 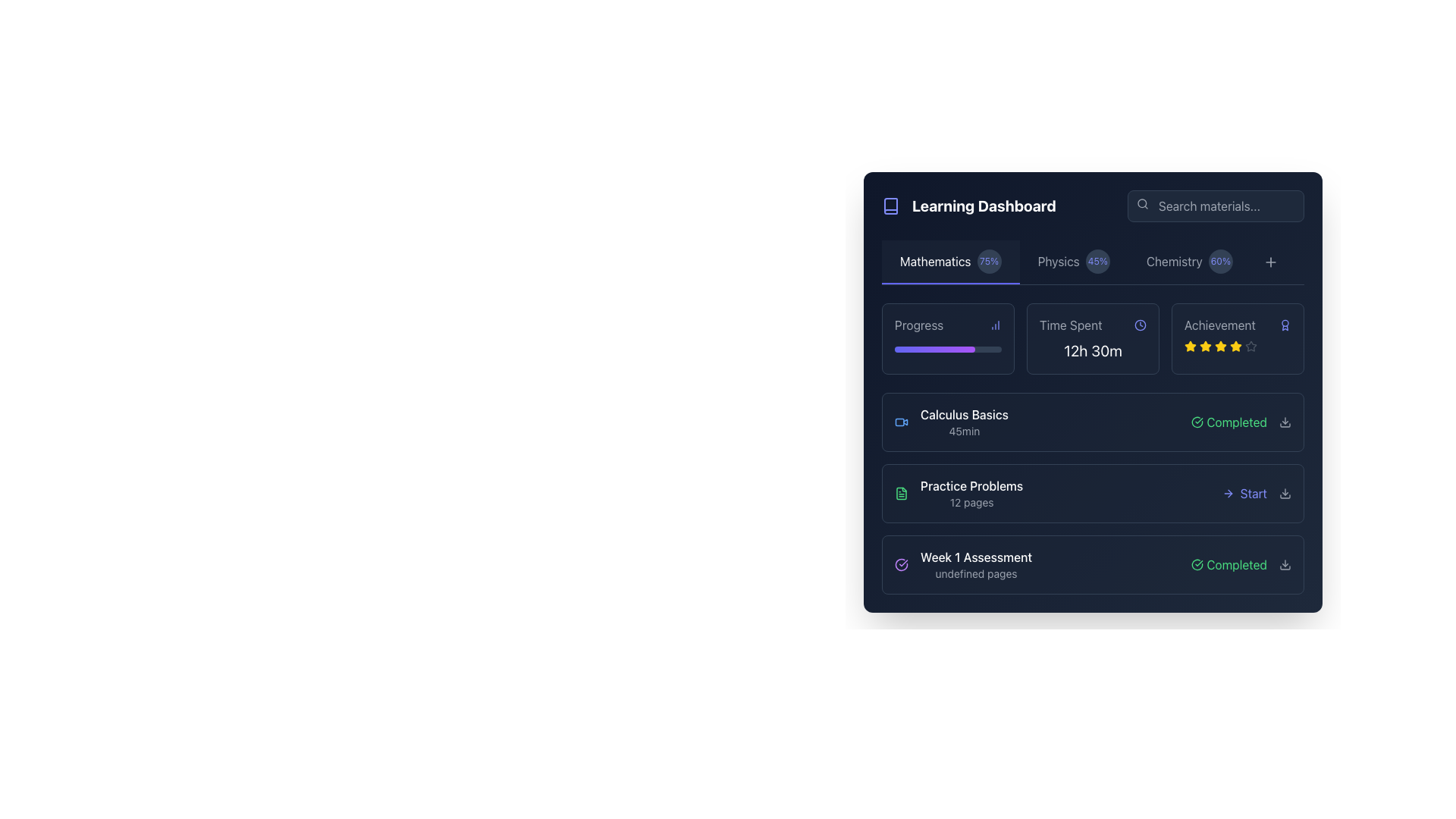 I want to click on the 'Mathematics' tab in the navigation bar, so click(x=949, y=262).